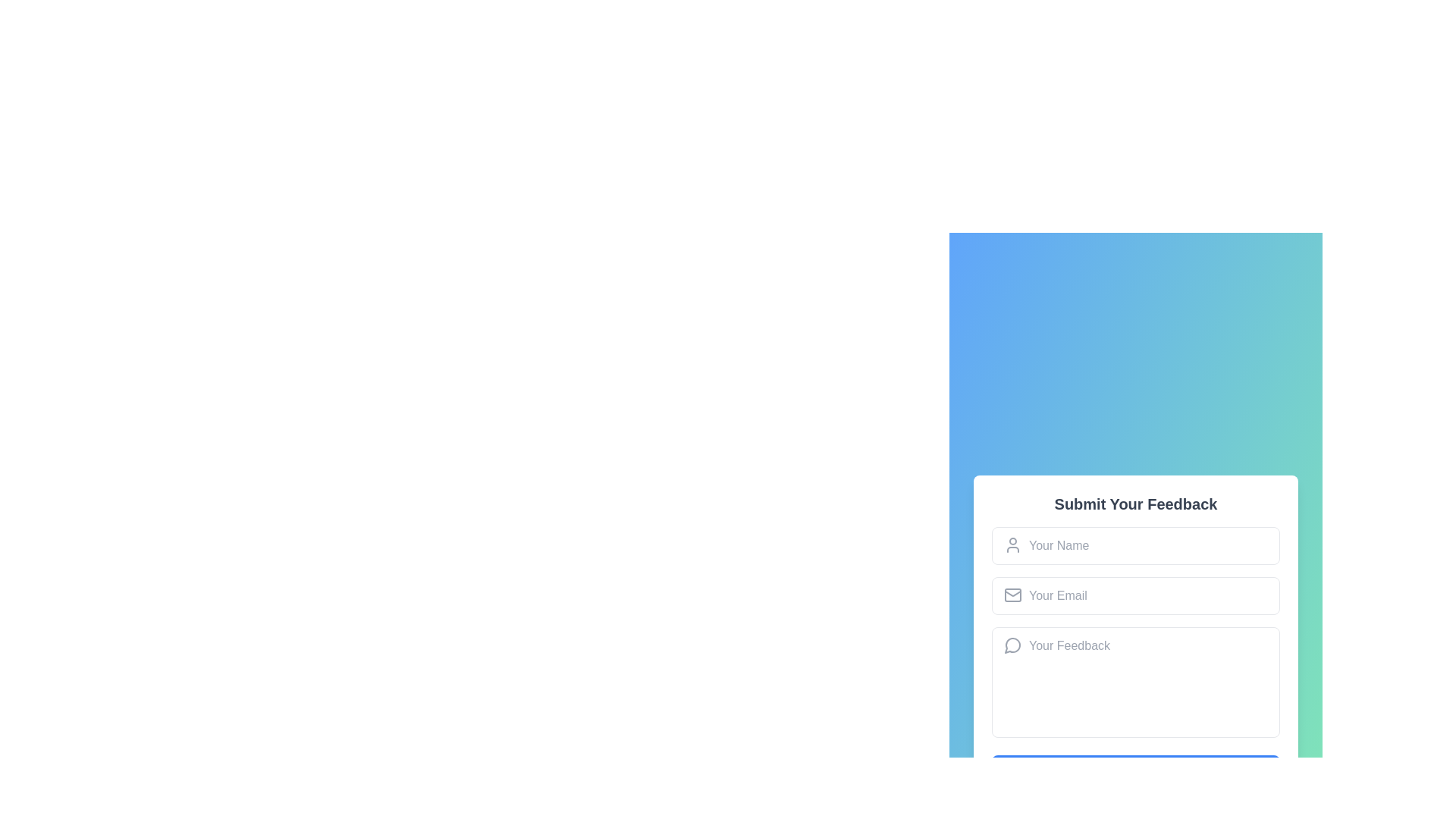 The height and width of the screenshot is (819, 1456). Describe the element at coordinates (1012, 544) in the screenshot. I see `the decorative icon that visually indicates the purpose of the adjacent text input field for entering the user's name, located on the left side of the input field` at that location.